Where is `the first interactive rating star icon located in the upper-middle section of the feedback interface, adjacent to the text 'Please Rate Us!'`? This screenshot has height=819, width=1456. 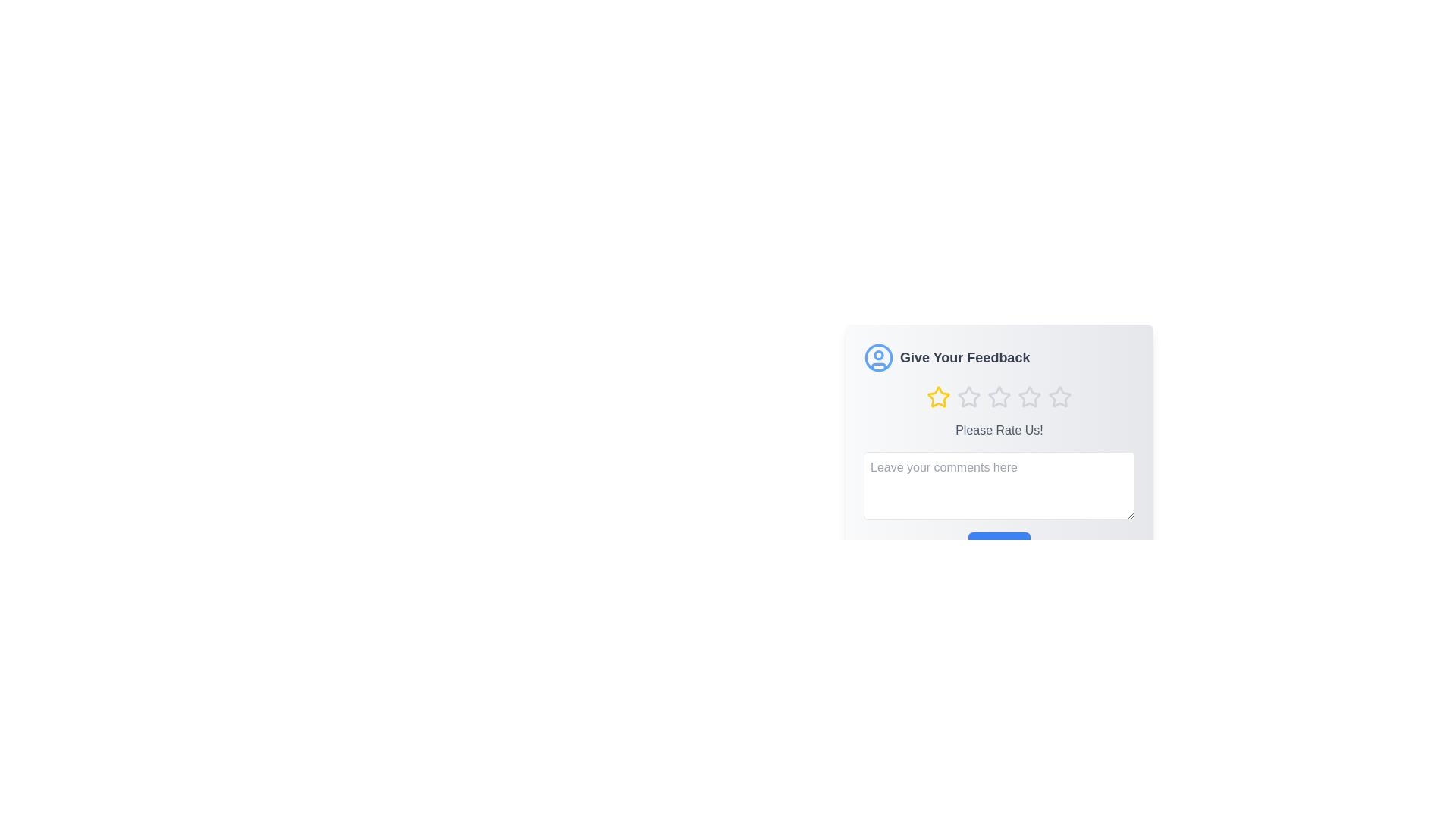
the first interactive rating star icon located in the upper-middle section of the feedback interface, adjacent to the text 'Please Rate Us!' is located at coordinates (938, 396).